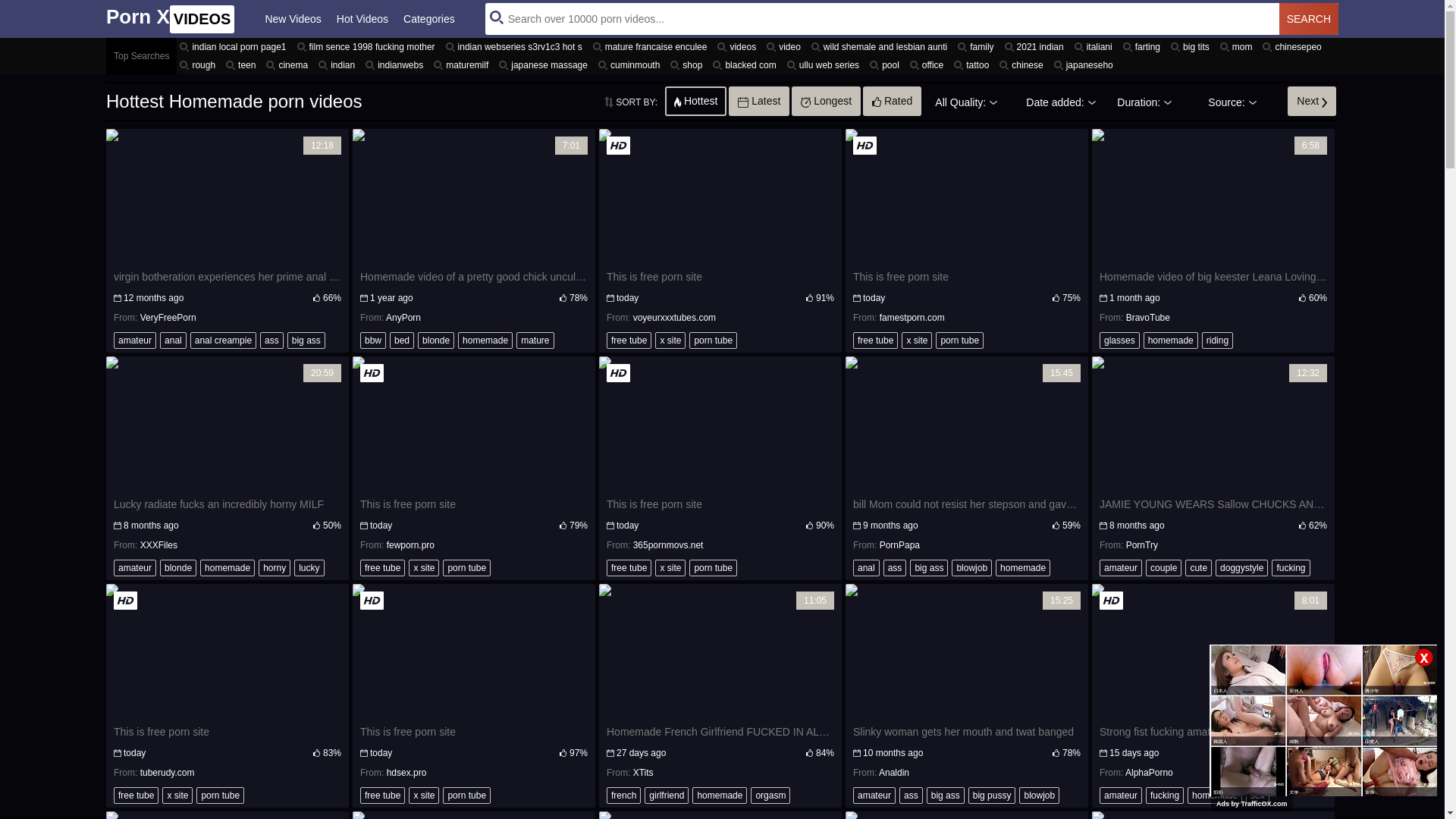  What do you see at coordinates (892, 100) in the screenshot?
I see `'Rated'` at bounding box center [892, 100].